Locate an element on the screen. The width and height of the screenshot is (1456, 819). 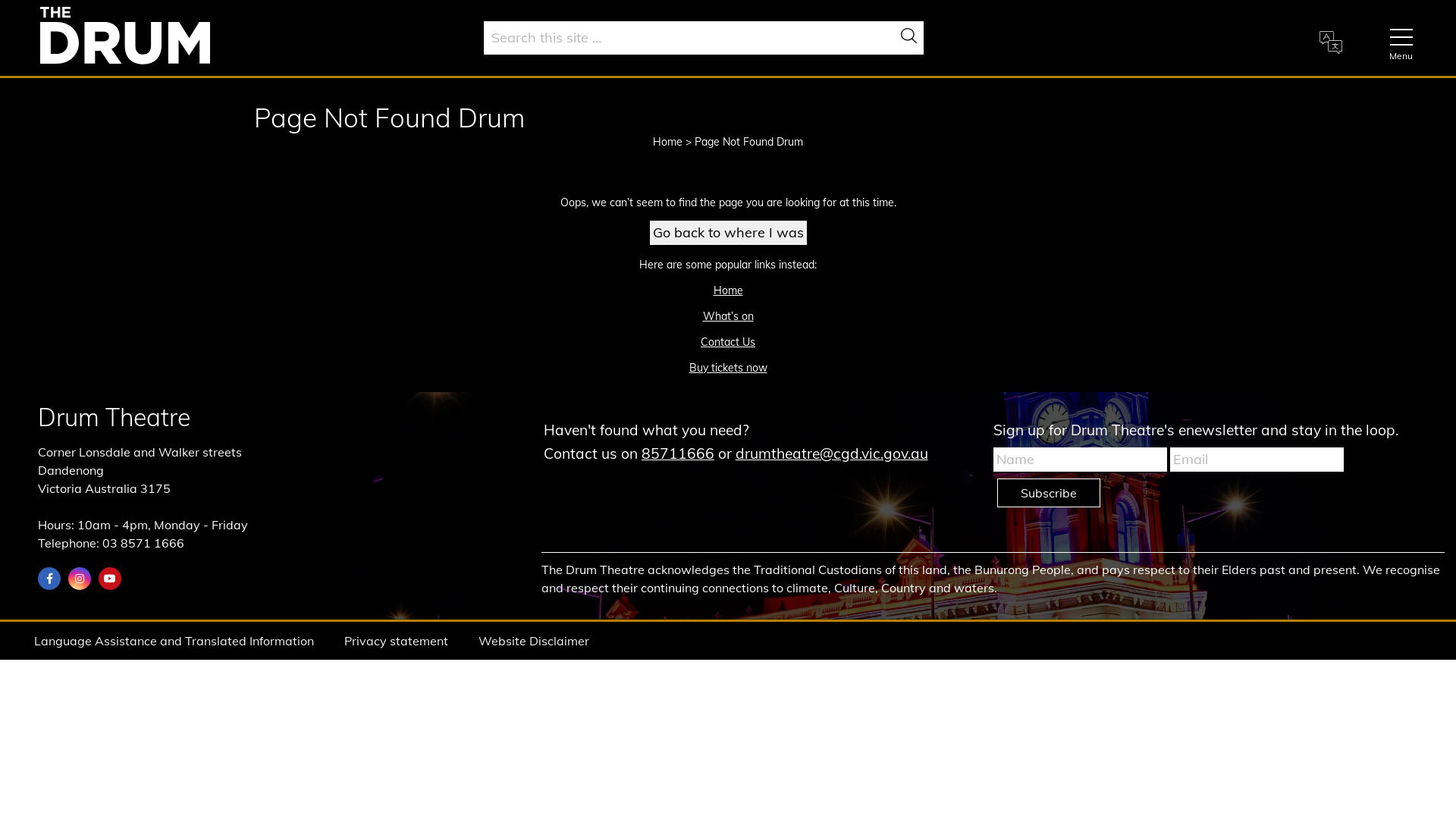
'Go back to where I was' is located at coordinates (726, 233).